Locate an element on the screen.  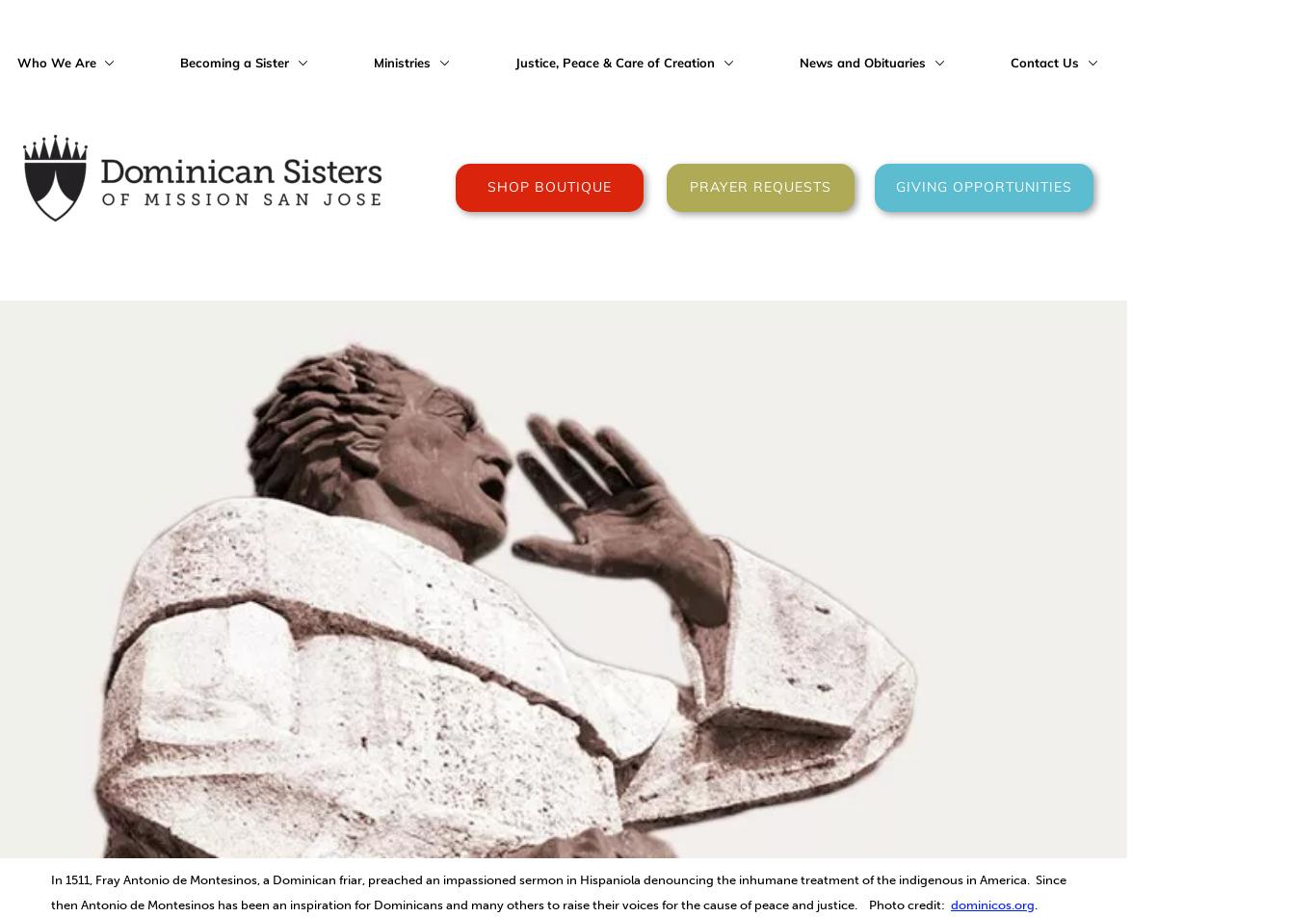
'SHOP BOUTIQUE' is located at coordinates (548, 186).